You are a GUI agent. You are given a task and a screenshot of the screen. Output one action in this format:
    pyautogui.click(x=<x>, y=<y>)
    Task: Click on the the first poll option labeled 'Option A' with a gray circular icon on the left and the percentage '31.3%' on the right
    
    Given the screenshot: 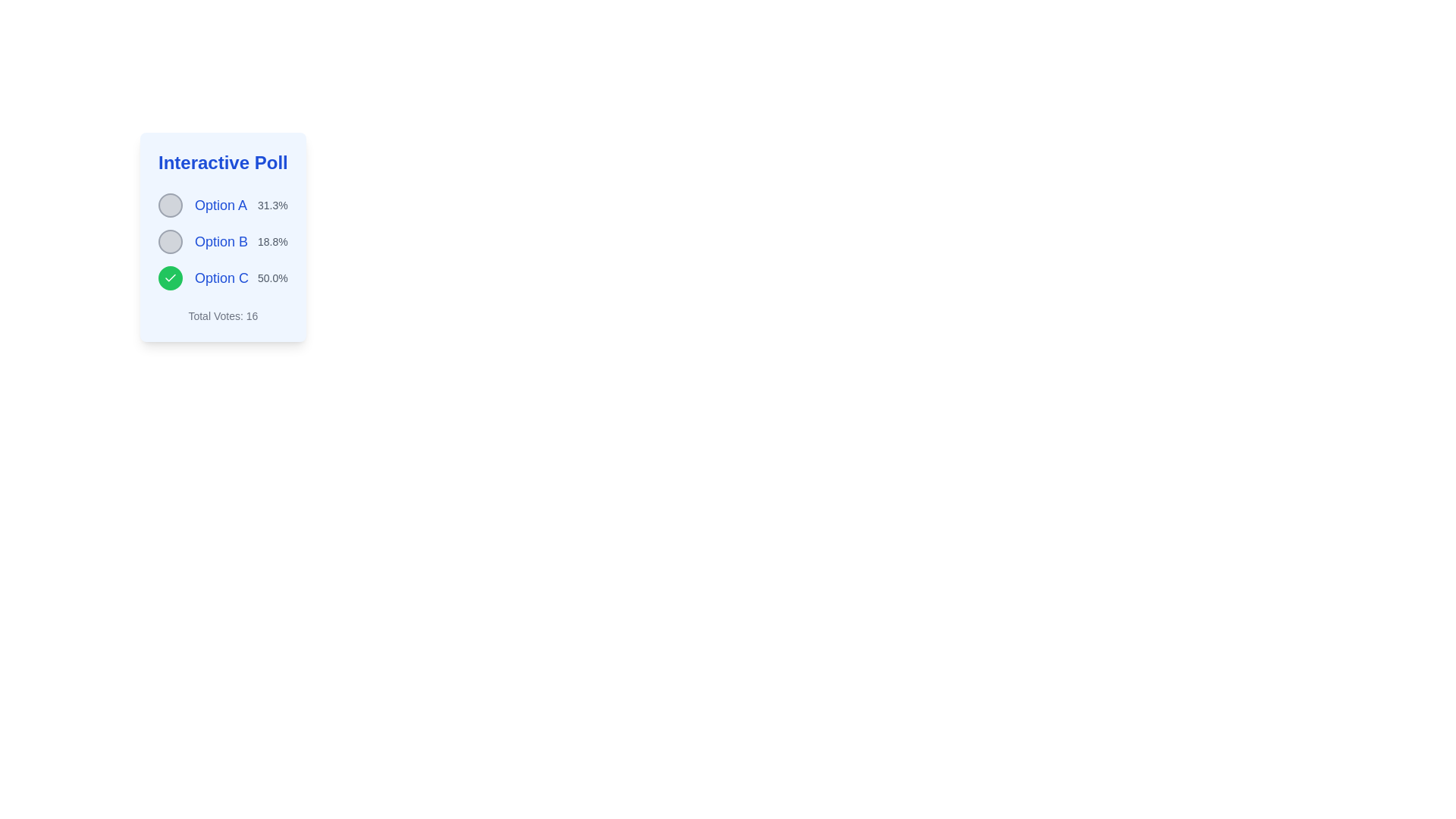 What is the action you would take?
    pyautogui.click(x=222, y=205)
    